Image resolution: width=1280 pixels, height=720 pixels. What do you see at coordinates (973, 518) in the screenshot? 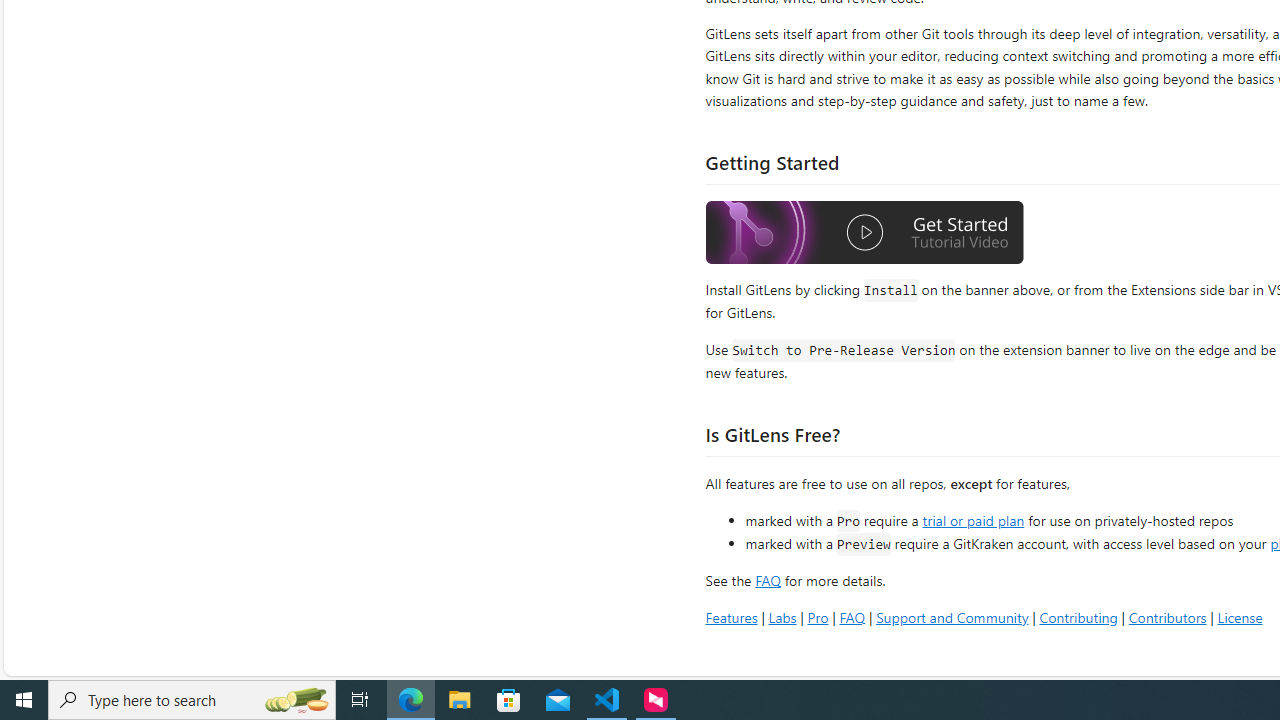
I see `'trial or paid plan'` at bounding box center [973, 518].